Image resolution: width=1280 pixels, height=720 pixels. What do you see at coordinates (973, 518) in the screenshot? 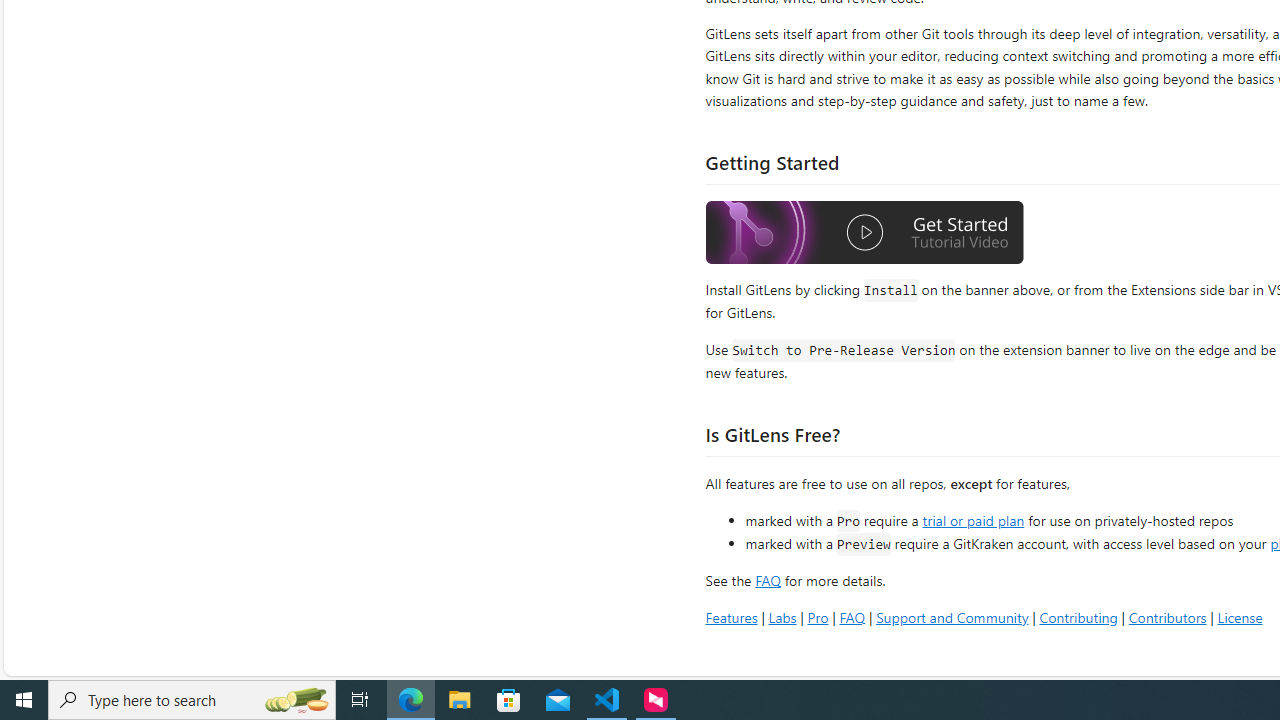
I see `'trial or paid plan'` at bounding box center [973, 518].